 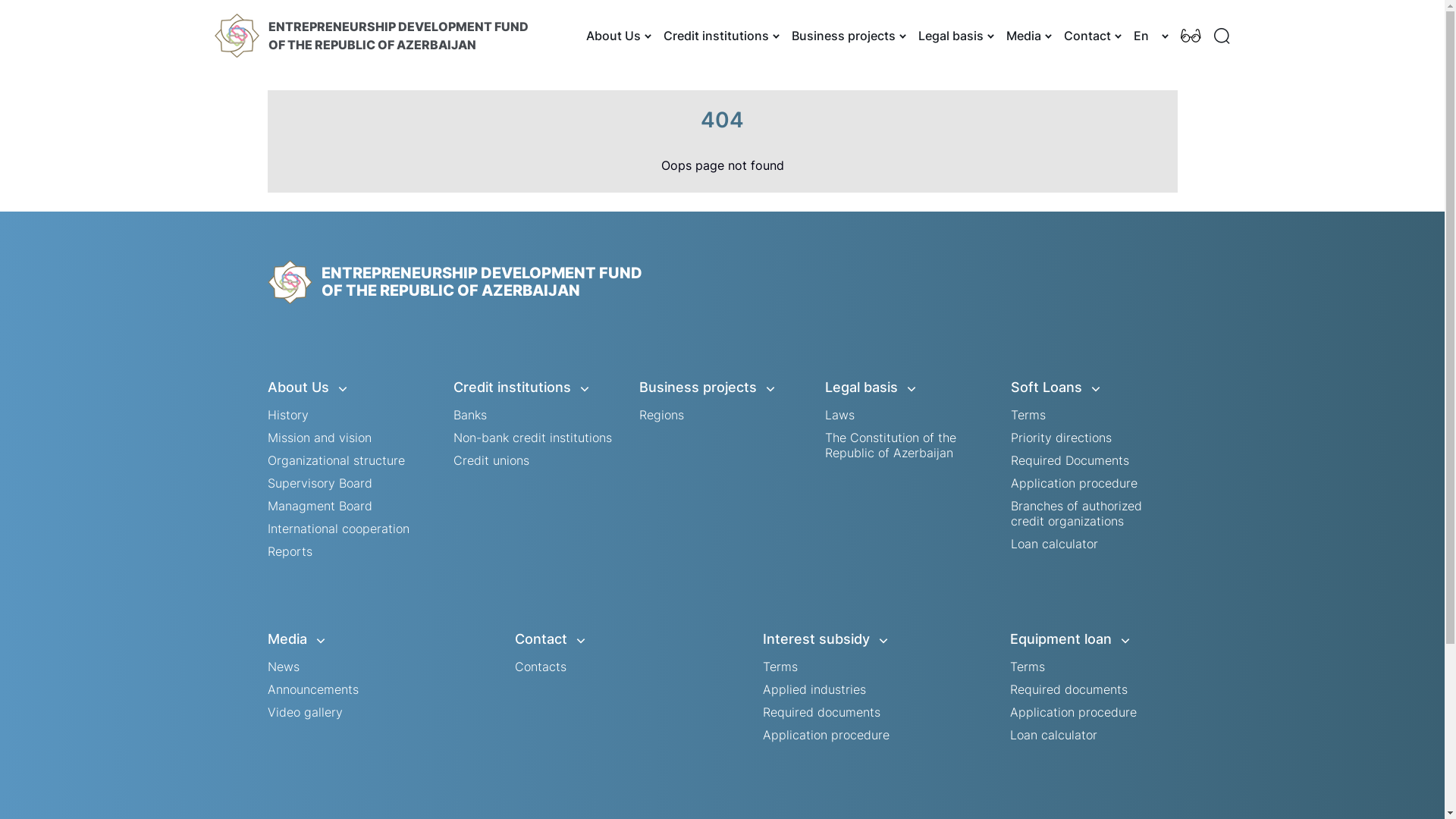 What do you see at coordinates (718, 34) in the screenshot?
I see `'Credit institutions'` at bounding box center [718, 34].